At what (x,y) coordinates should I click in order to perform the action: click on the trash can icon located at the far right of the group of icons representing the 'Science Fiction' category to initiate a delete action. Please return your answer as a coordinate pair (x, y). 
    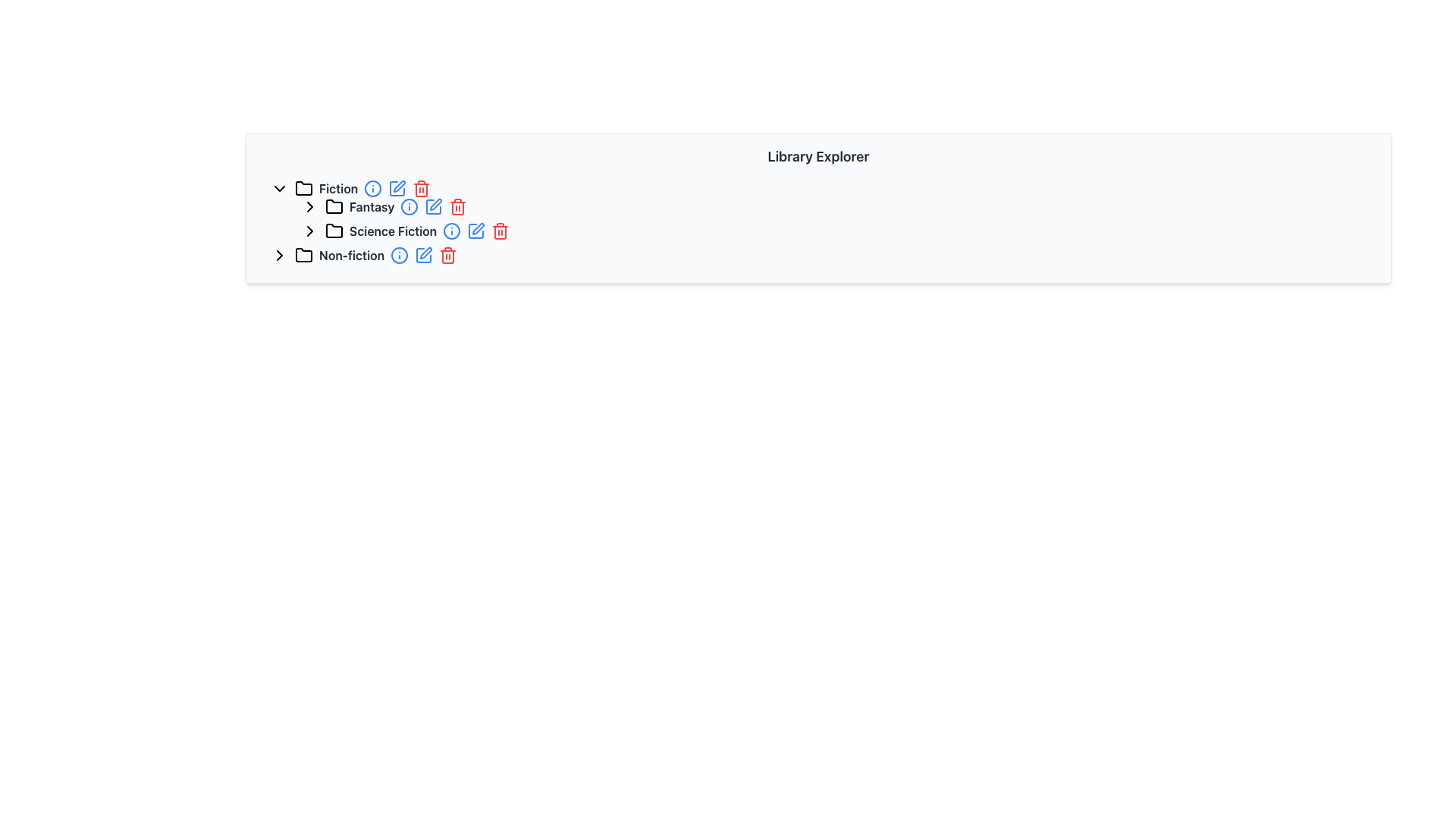
    Looking at the image, I should click on (500, 231).